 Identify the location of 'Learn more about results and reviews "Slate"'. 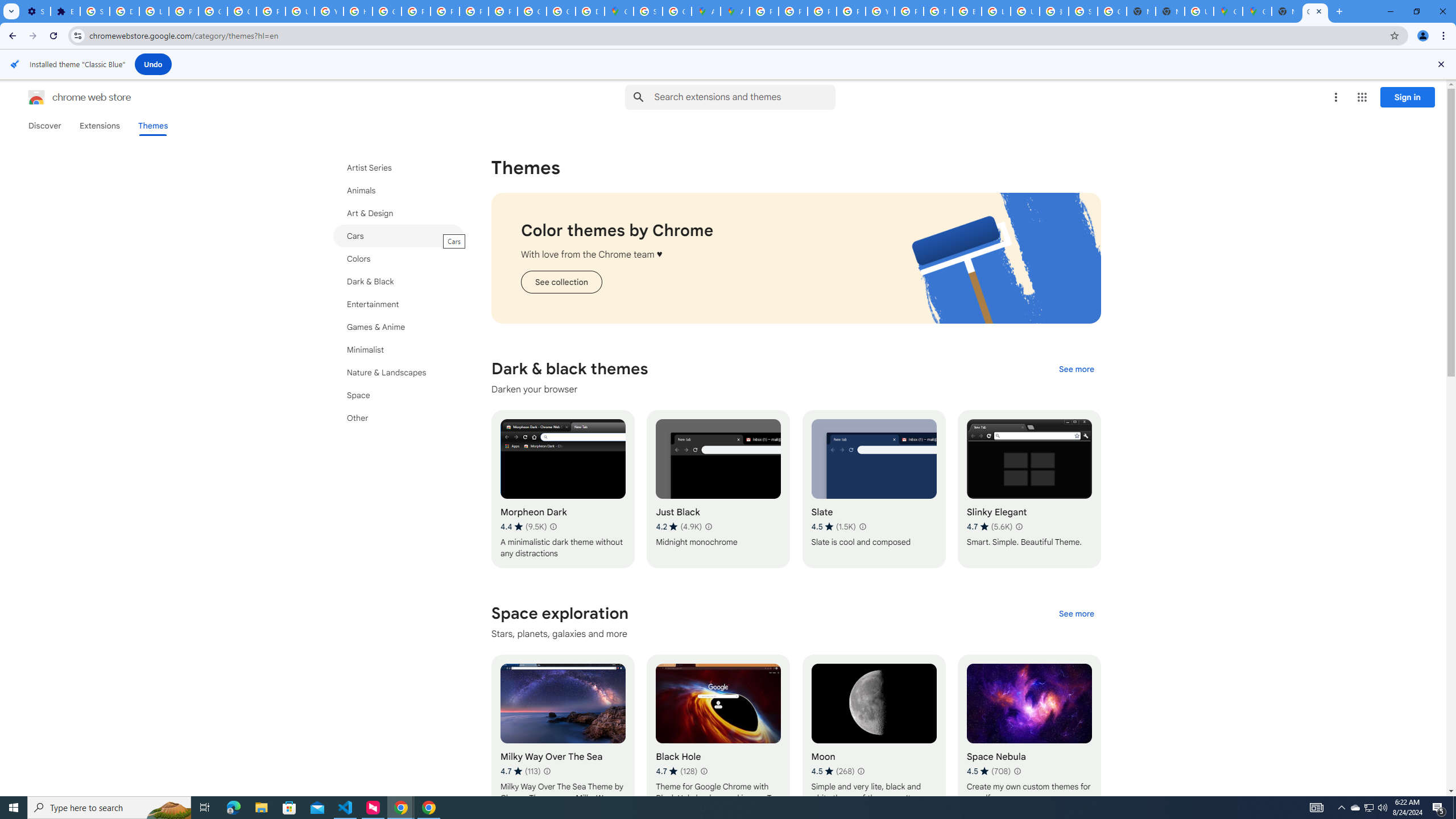
(862, 526).